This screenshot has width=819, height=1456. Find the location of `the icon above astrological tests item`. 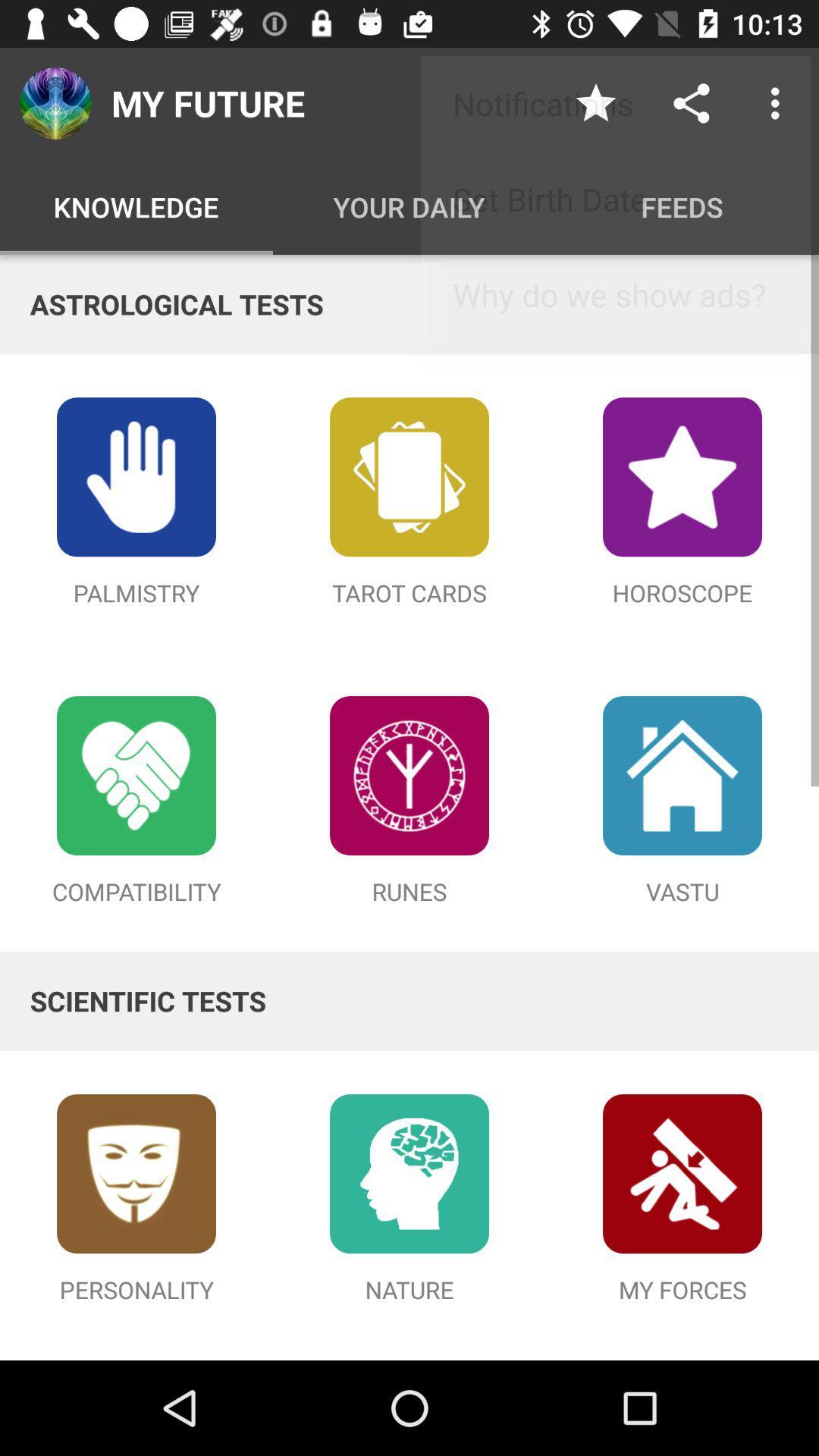

the icon above astrological tests item is located at coordinates (779, 102).